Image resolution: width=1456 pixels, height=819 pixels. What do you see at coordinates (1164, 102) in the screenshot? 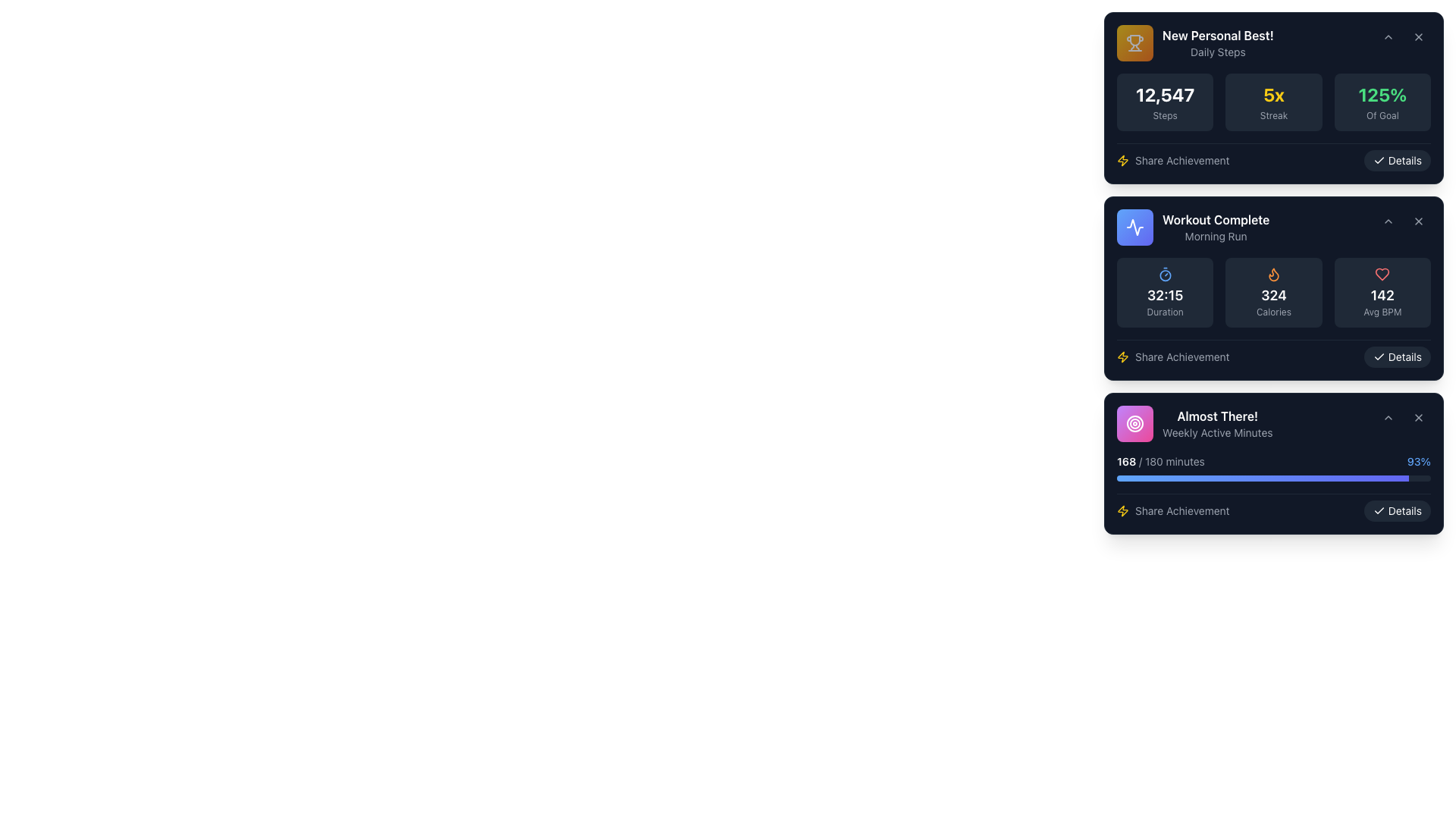
I see `the informational card displaying the steps count, located in the top-left corner of the grid layout` at bounding box center [1164, 102].